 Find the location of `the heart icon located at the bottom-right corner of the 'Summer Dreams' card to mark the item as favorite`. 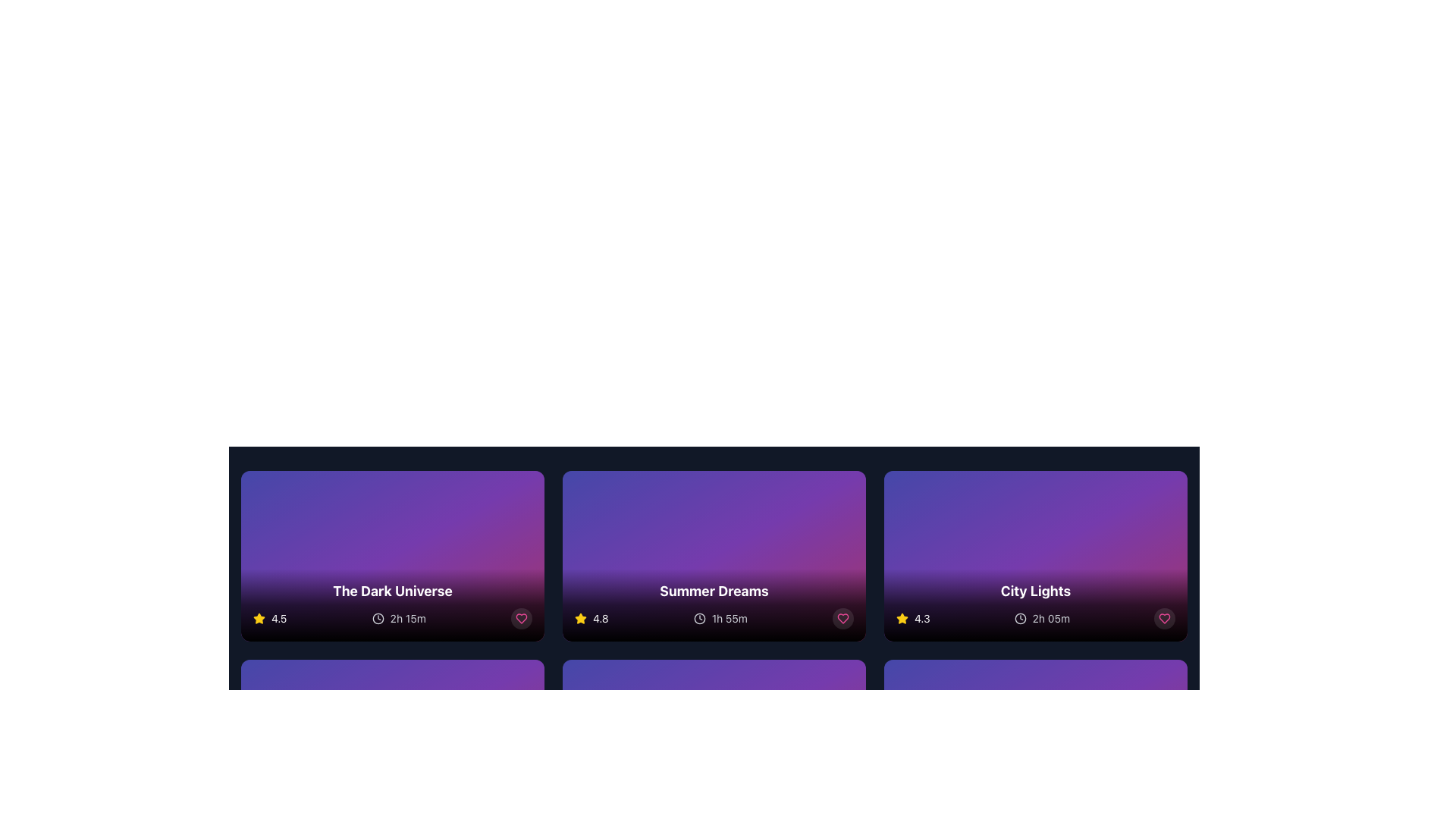

the heart icon located at the bottom-right corner of the 'Summer Dreams' card to mark the item as favorite is located at coordinates (843, 619).